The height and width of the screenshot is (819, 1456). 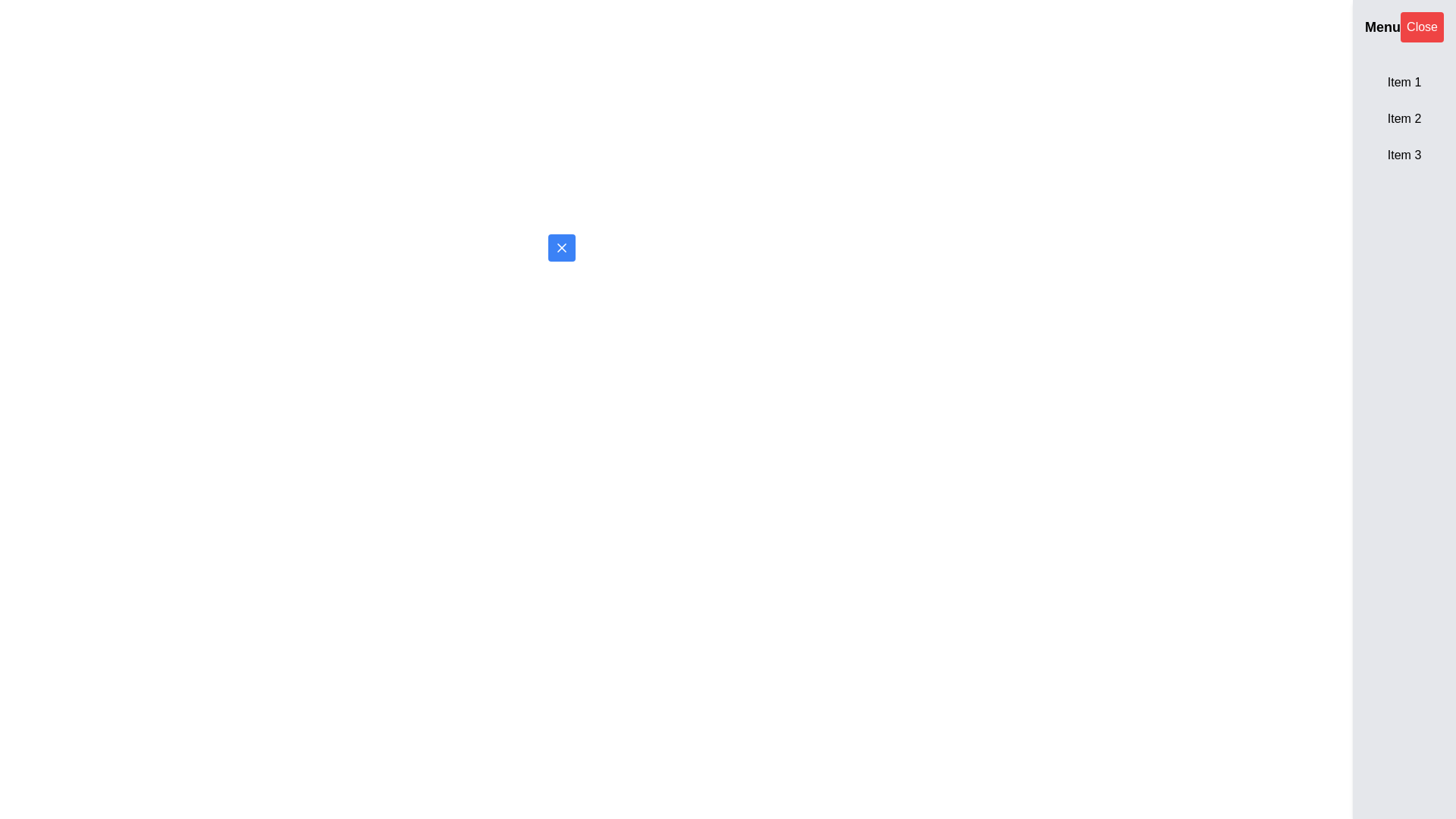 I want to click on the rounded blue button with a white 'X' icon in the center, so click(x=560, y=247).